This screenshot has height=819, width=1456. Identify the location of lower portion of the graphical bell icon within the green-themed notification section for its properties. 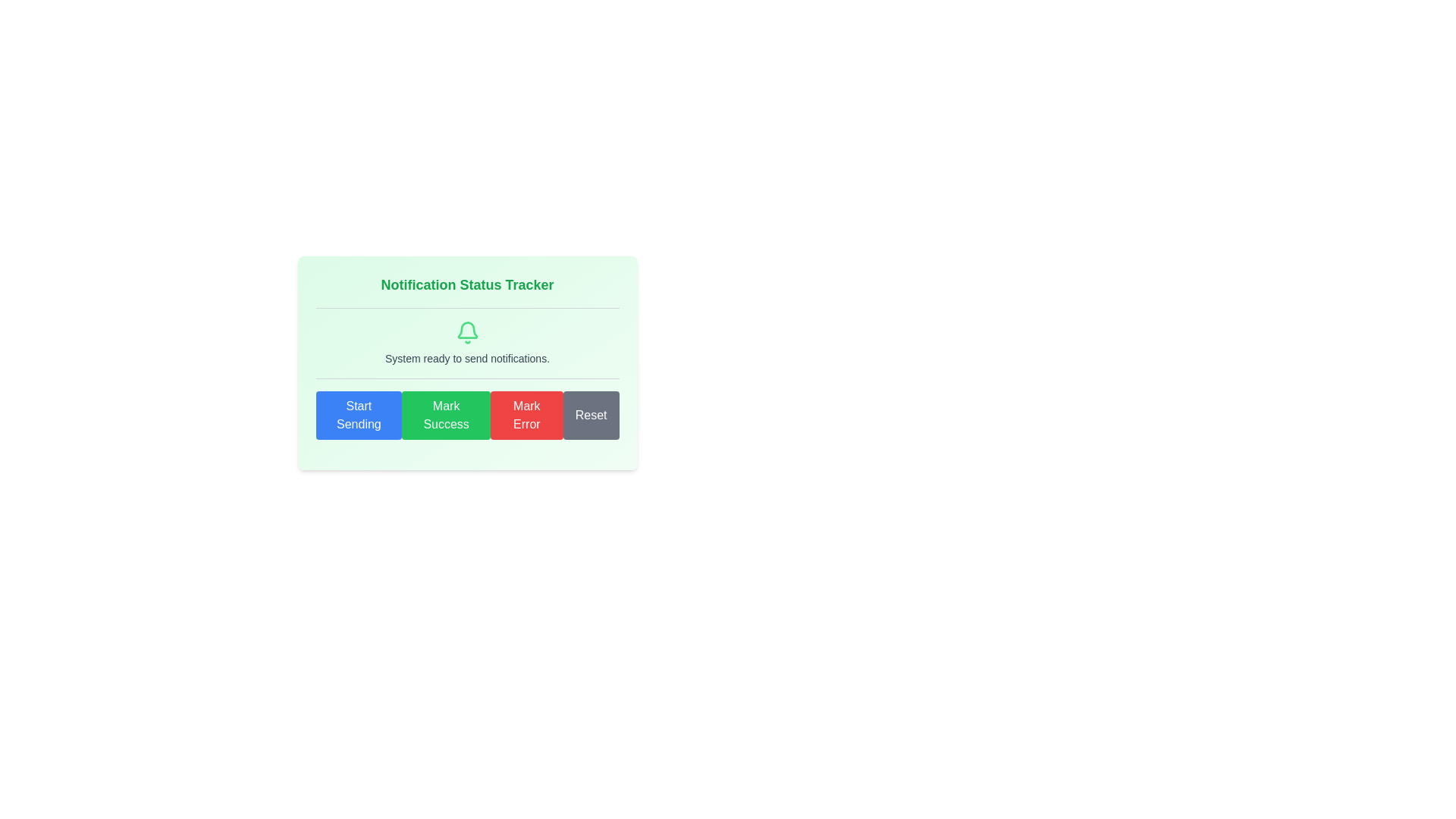
(466, 329).